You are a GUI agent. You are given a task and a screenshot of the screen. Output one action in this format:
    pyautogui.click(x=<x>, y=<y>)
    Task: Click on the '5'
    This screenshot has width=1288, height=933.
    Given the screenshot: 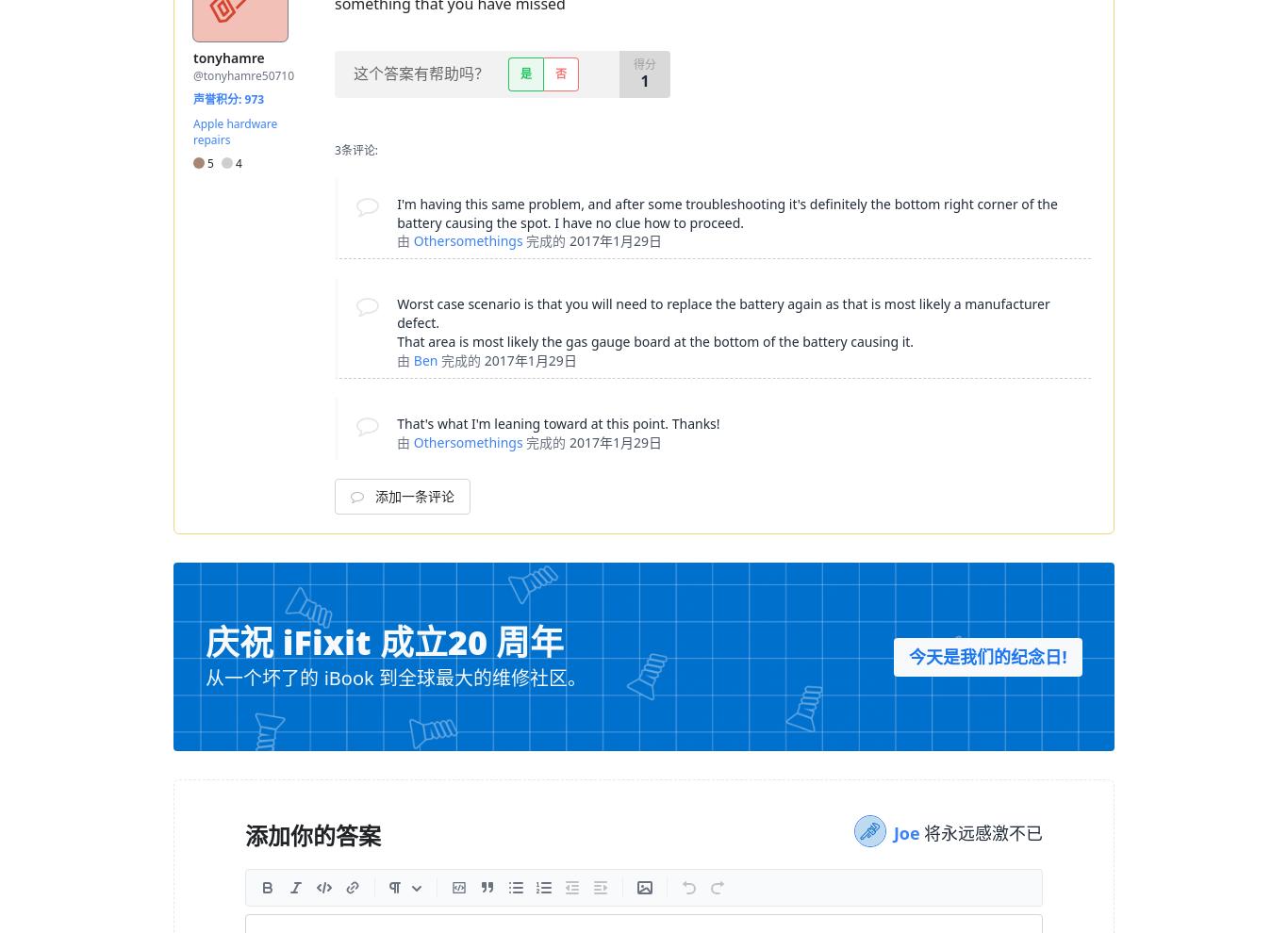 What is the action you would take?
    pyautogui.click(x=204, y=162)
    